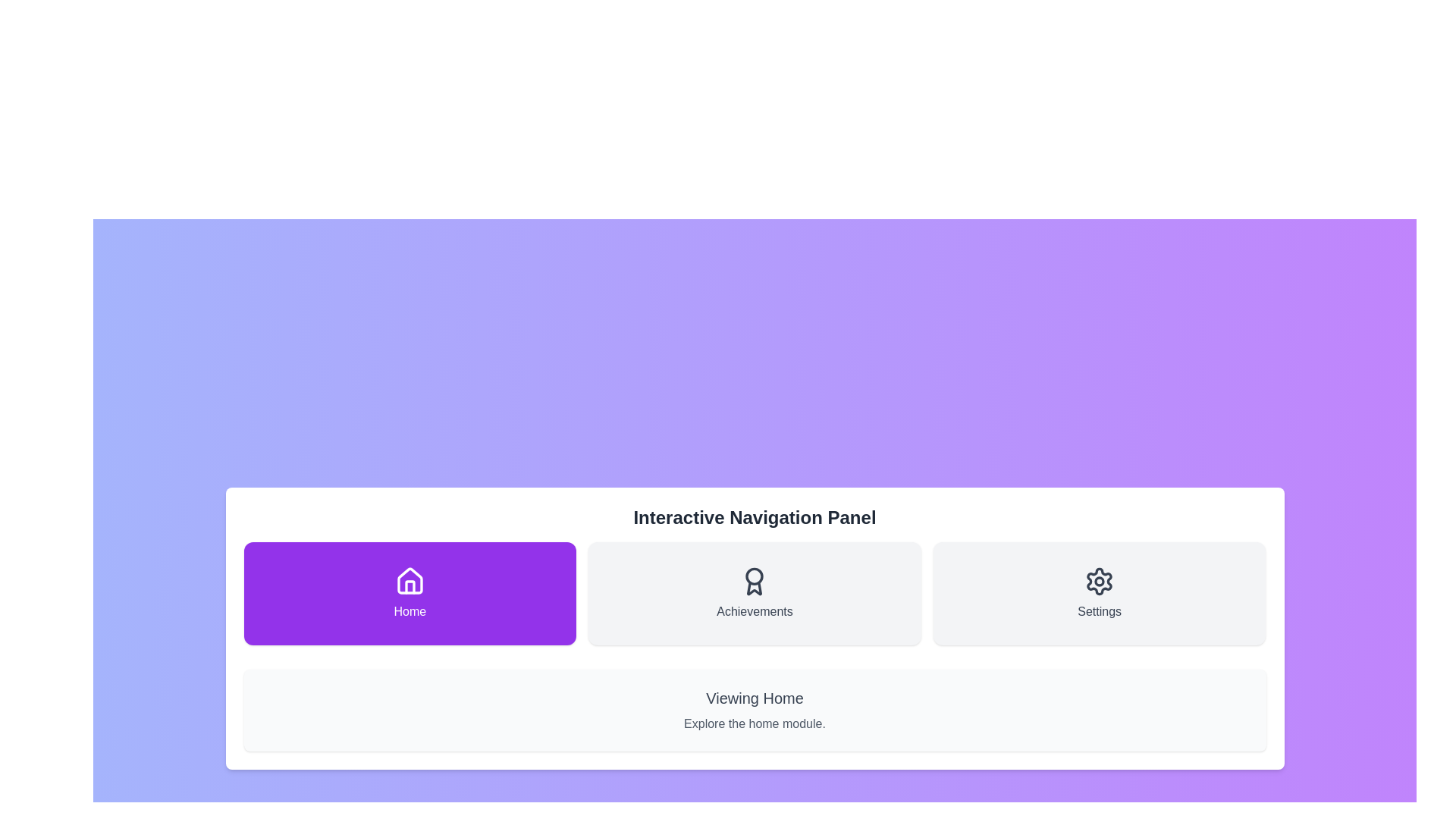  I want to click on the graphical badge-like component resembling a ribbon or medal at the bottom of a circular shape within the Achievements panel, so click(755, 588).